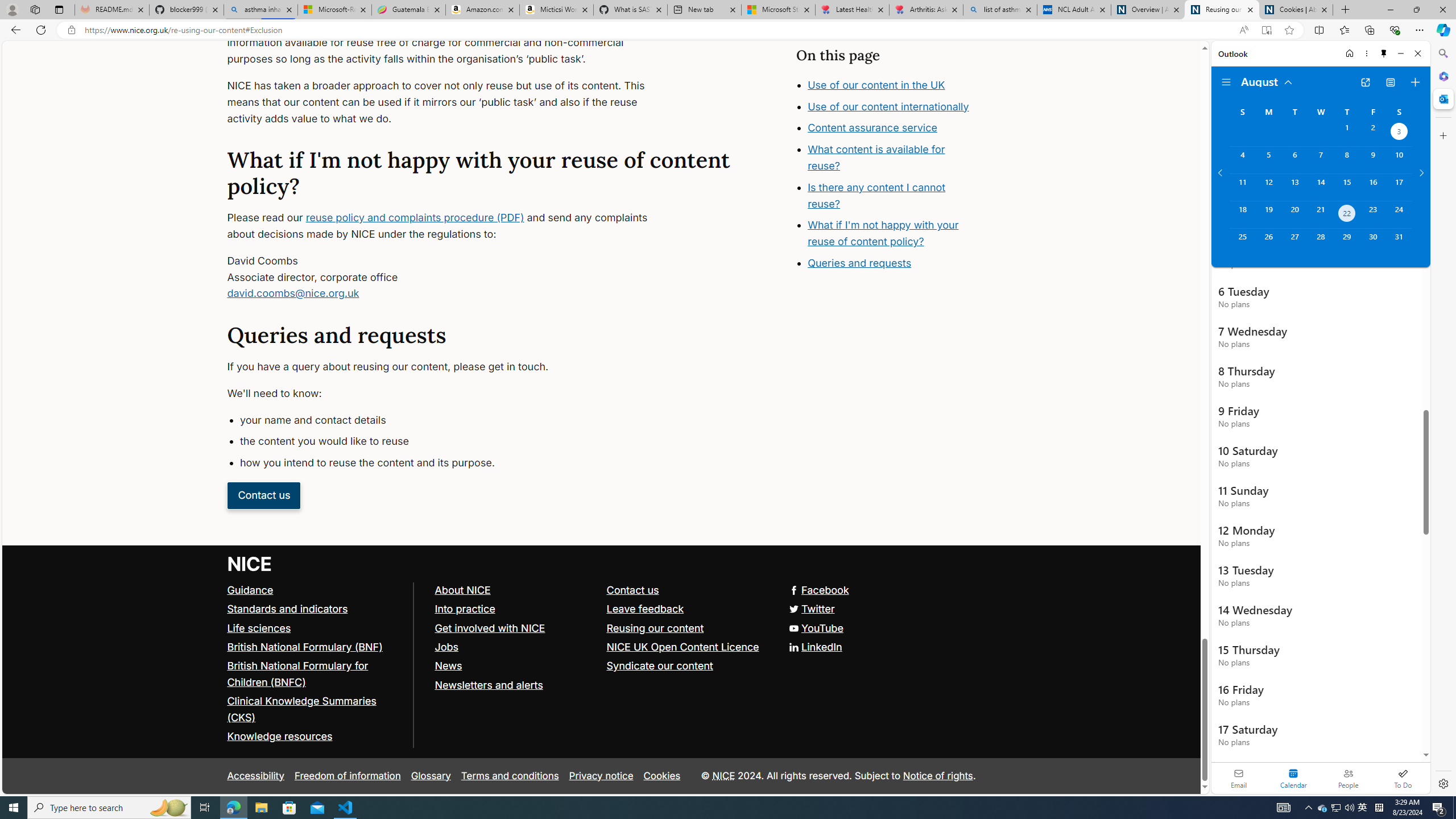 The height and width of the screenshot is (819, 1456). Describe the element at coordinates (315, 737) in the screenshot. I see `'Knowledge resources'` at that location.